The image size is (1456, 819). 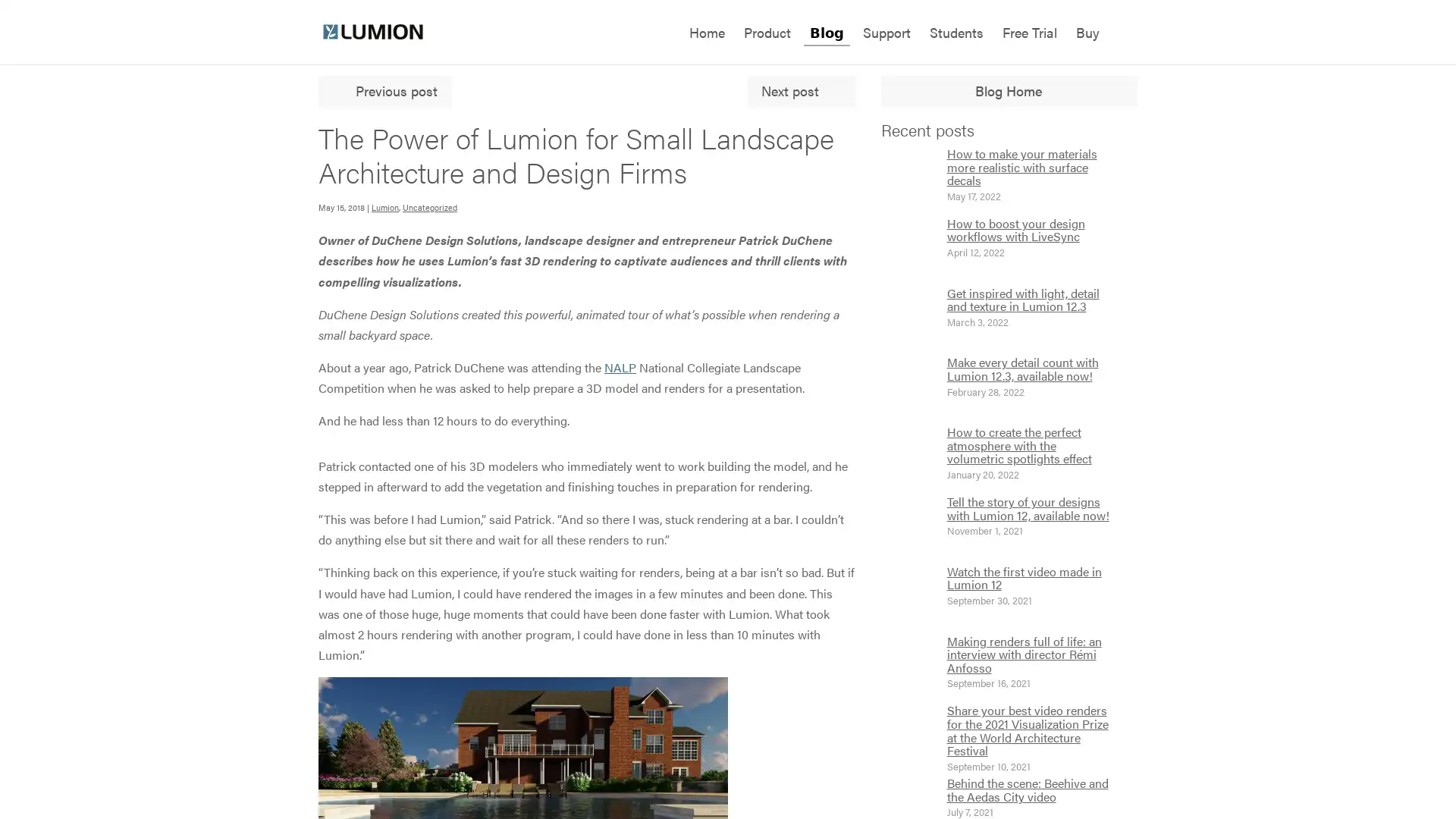 What do you see at coordinates (154, 760) in the screenshot?
I see `Cookie Settings` at bounding box center [154, 760].